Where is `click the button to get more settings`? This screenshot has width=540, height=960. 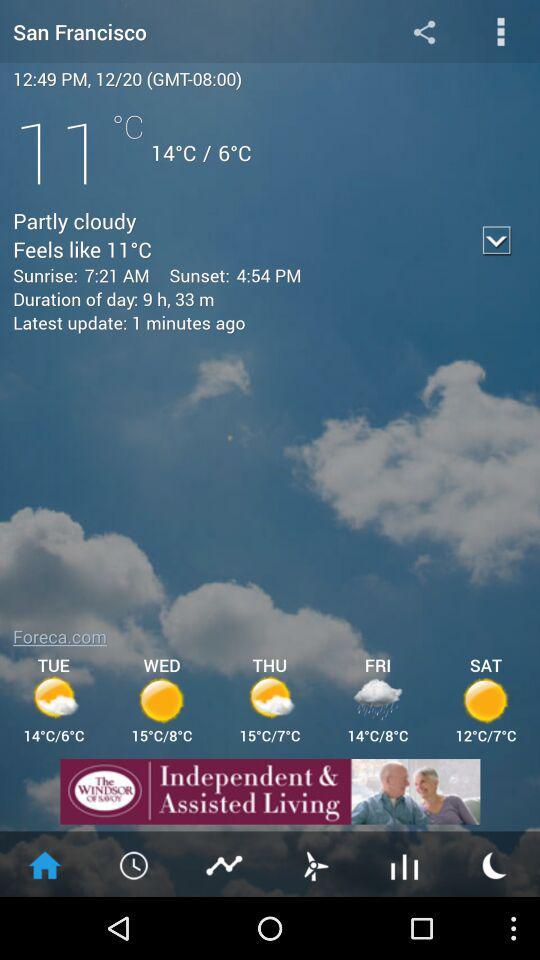 click the button to get more settings is located at coordinates (500, 30).